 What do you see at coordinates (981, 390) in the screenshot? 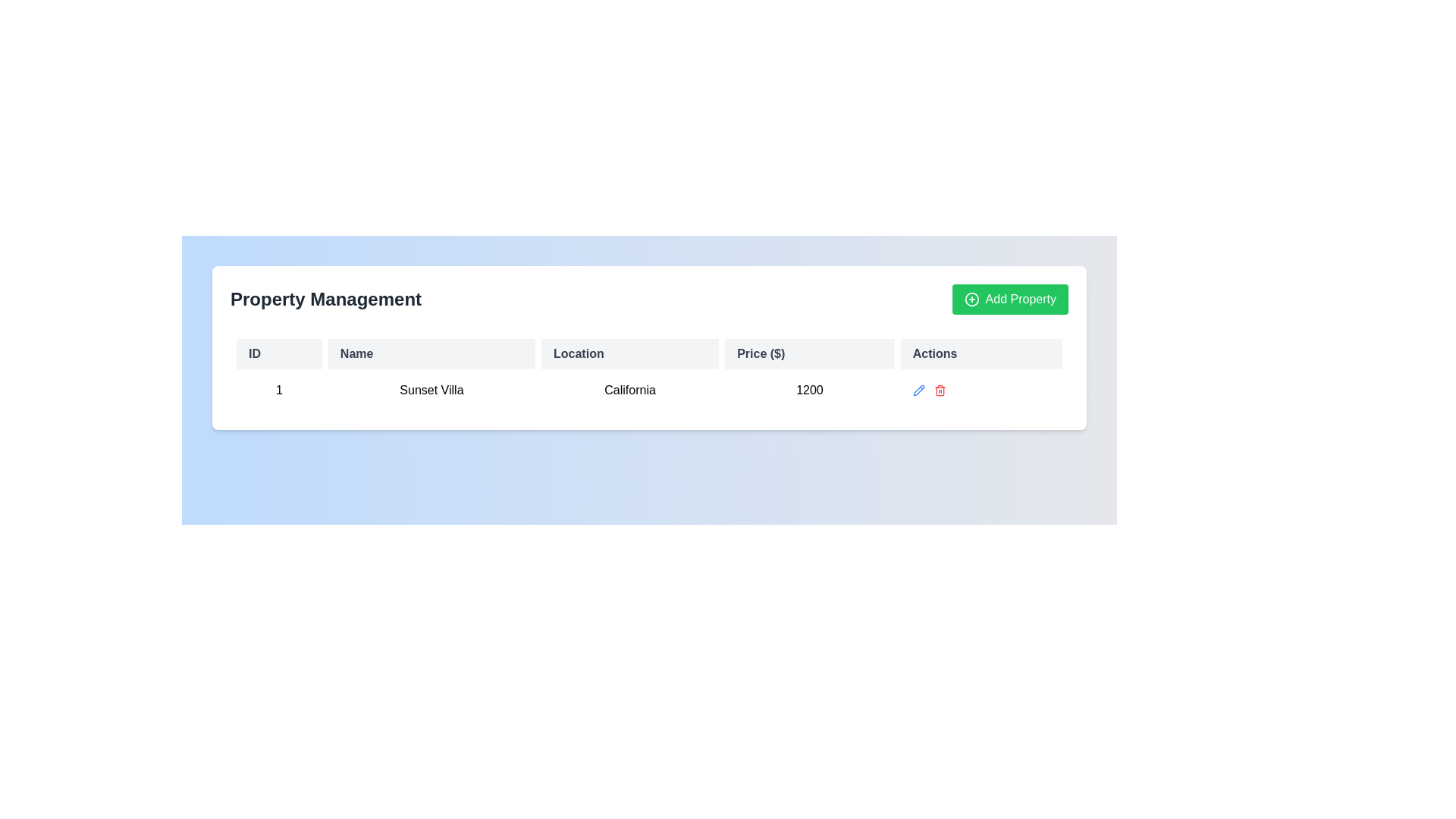
I see `the action buttons and icons in the rightmost column of the first row in the table` at bounding box center [981, 390].